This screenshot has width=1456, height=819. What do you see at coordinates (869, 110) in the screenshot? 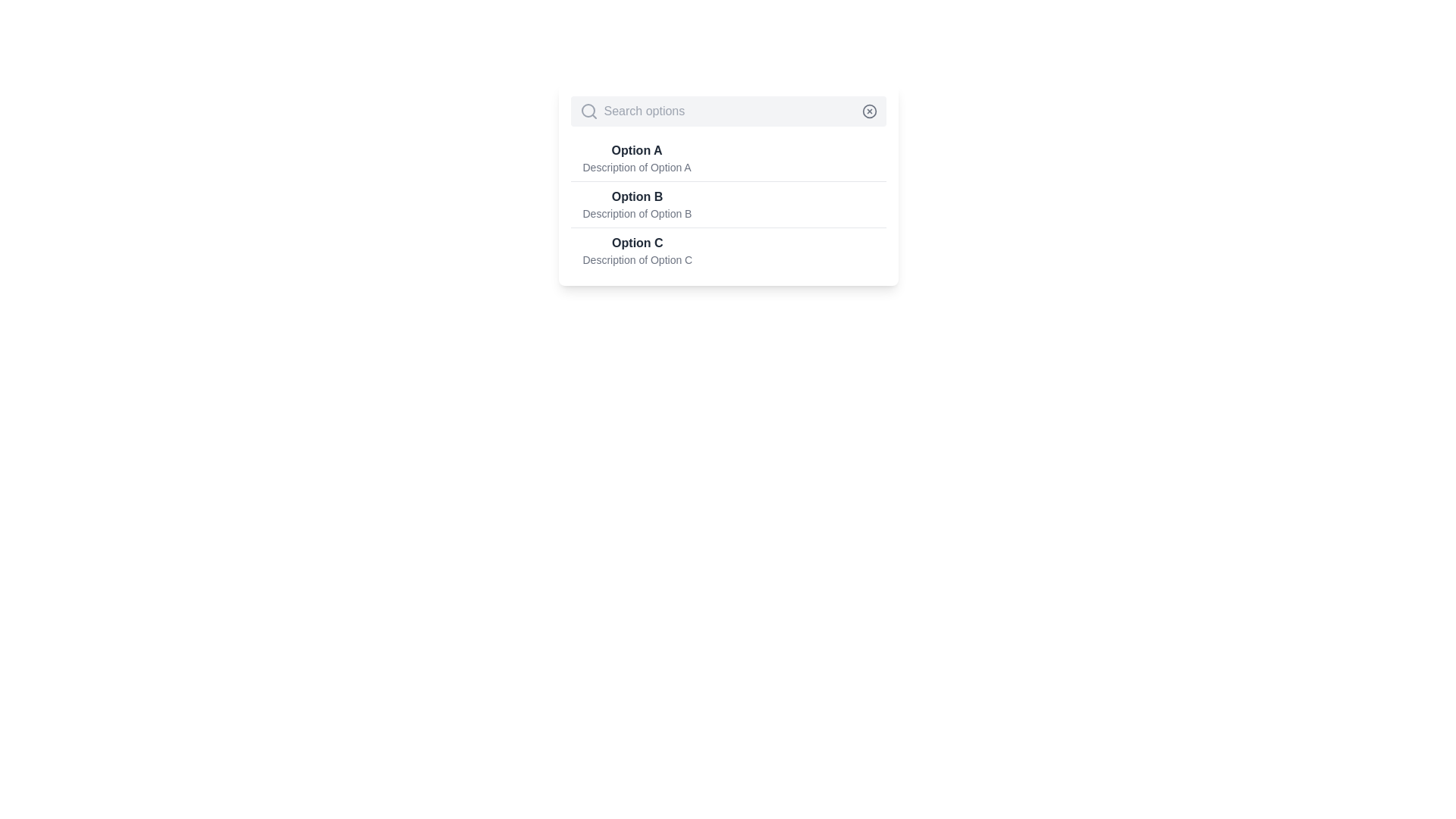
I see `the SVG circle component located in the top-right corner of the dropdown panel, which represents a close or clear operation` at bounding box center [869, 110].